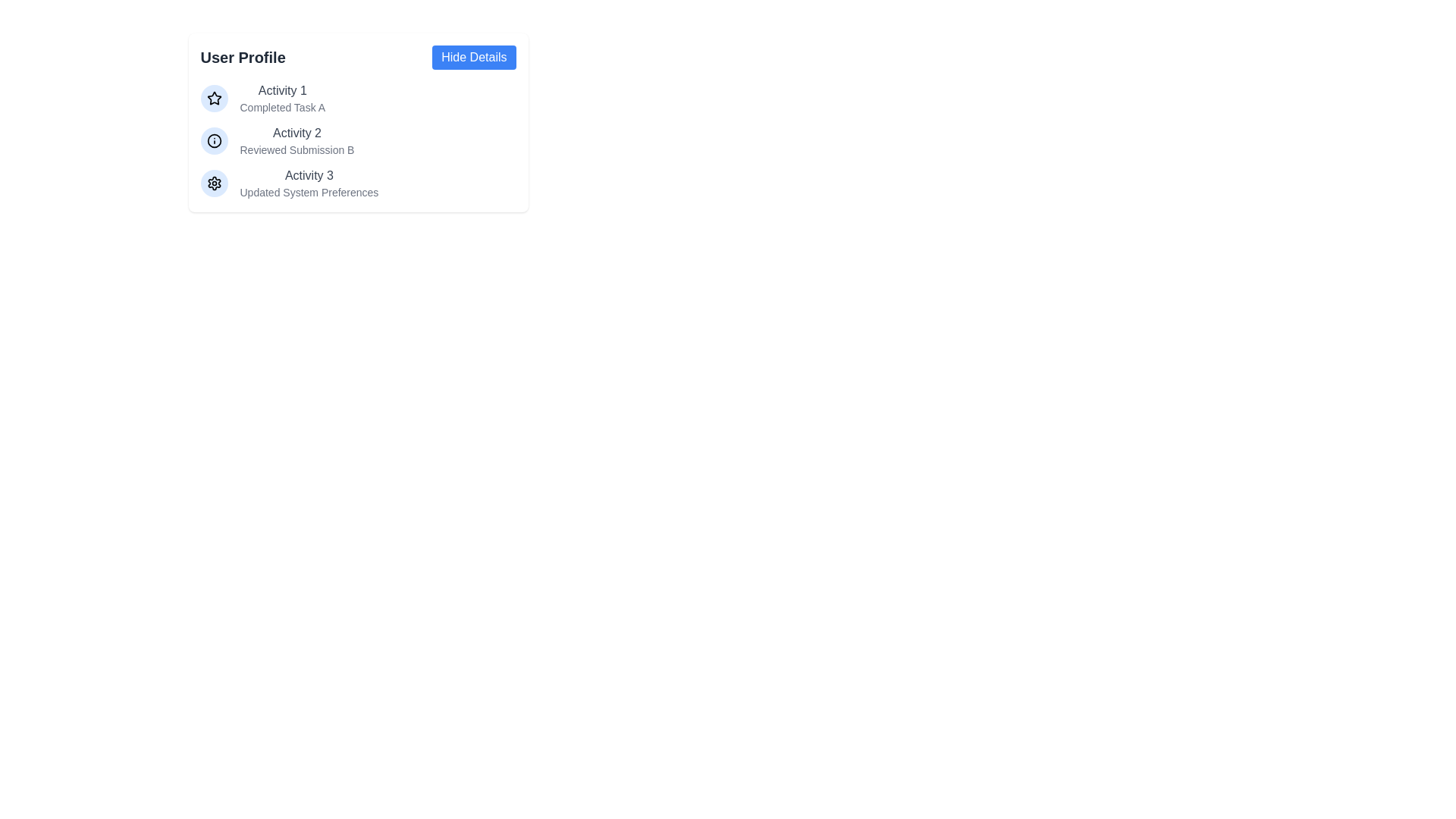  I want to click on the first entry, so click(357, 99).